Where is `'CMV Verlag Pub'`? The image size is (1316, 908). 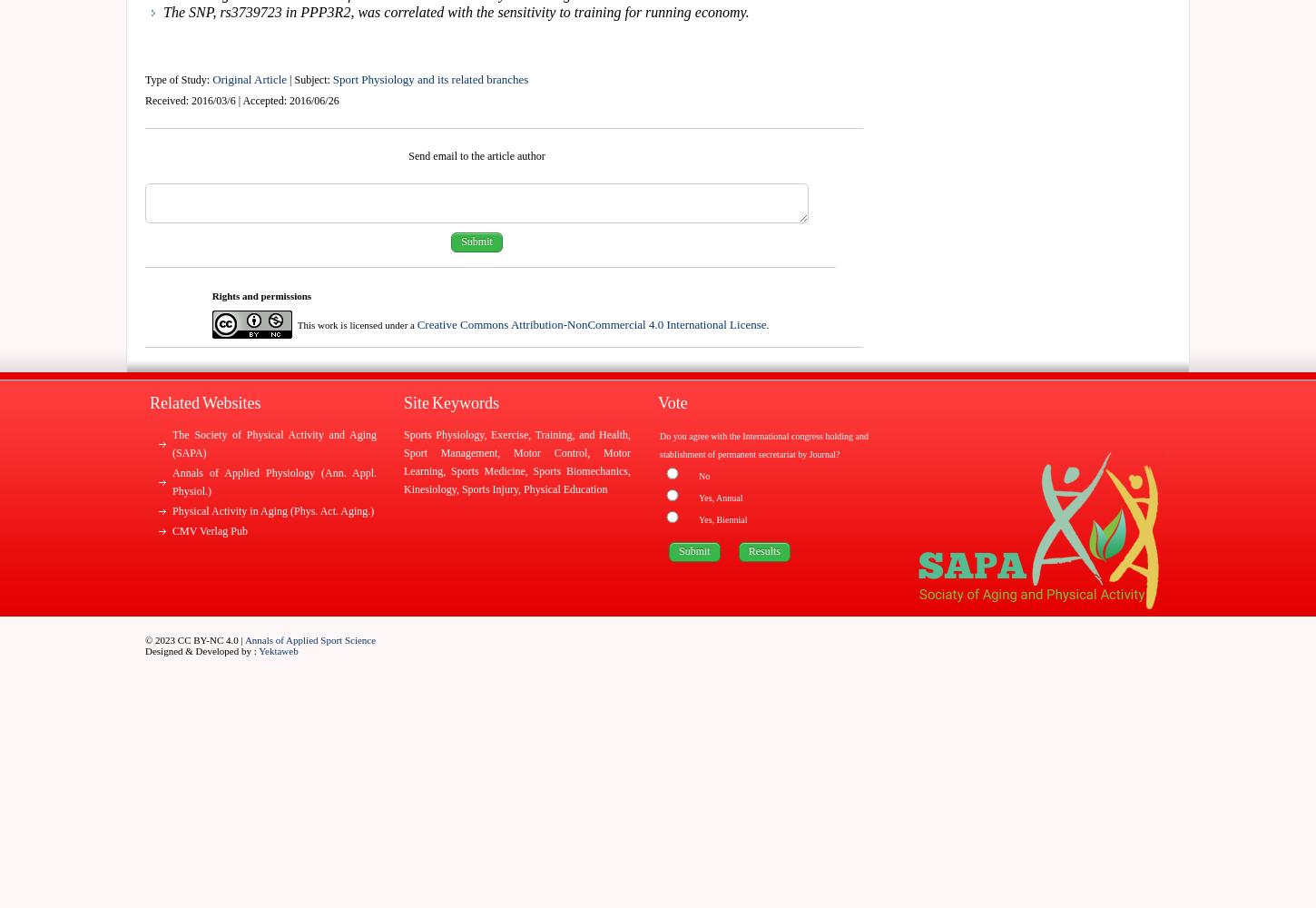 'CMV Verlag Pub' is located at coordinates (208, 530).